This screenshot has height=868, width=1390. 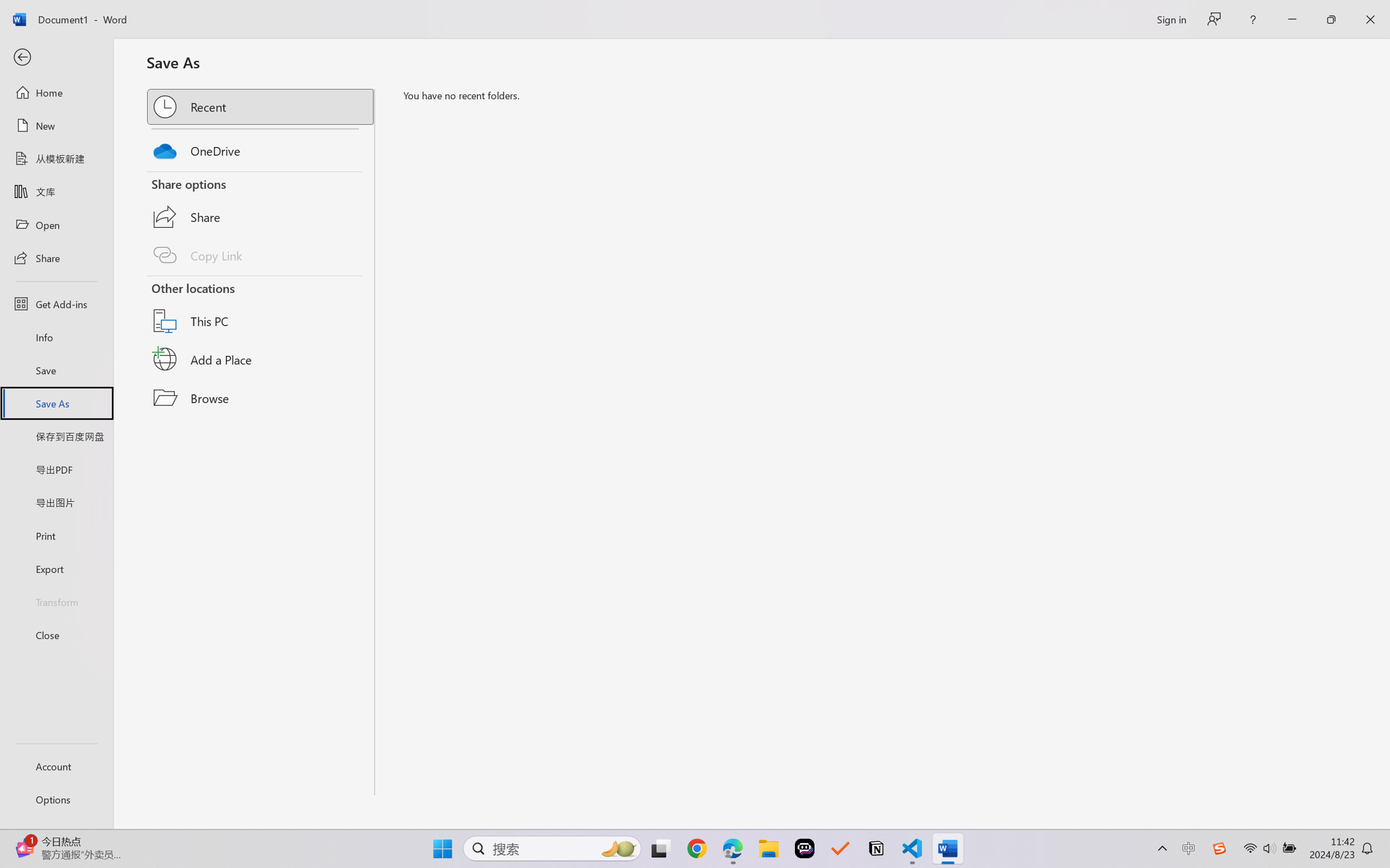 What do you see at coordinates (56, 799) in the screenshot?
I see `'Options'` at bounding box center [56, 799].